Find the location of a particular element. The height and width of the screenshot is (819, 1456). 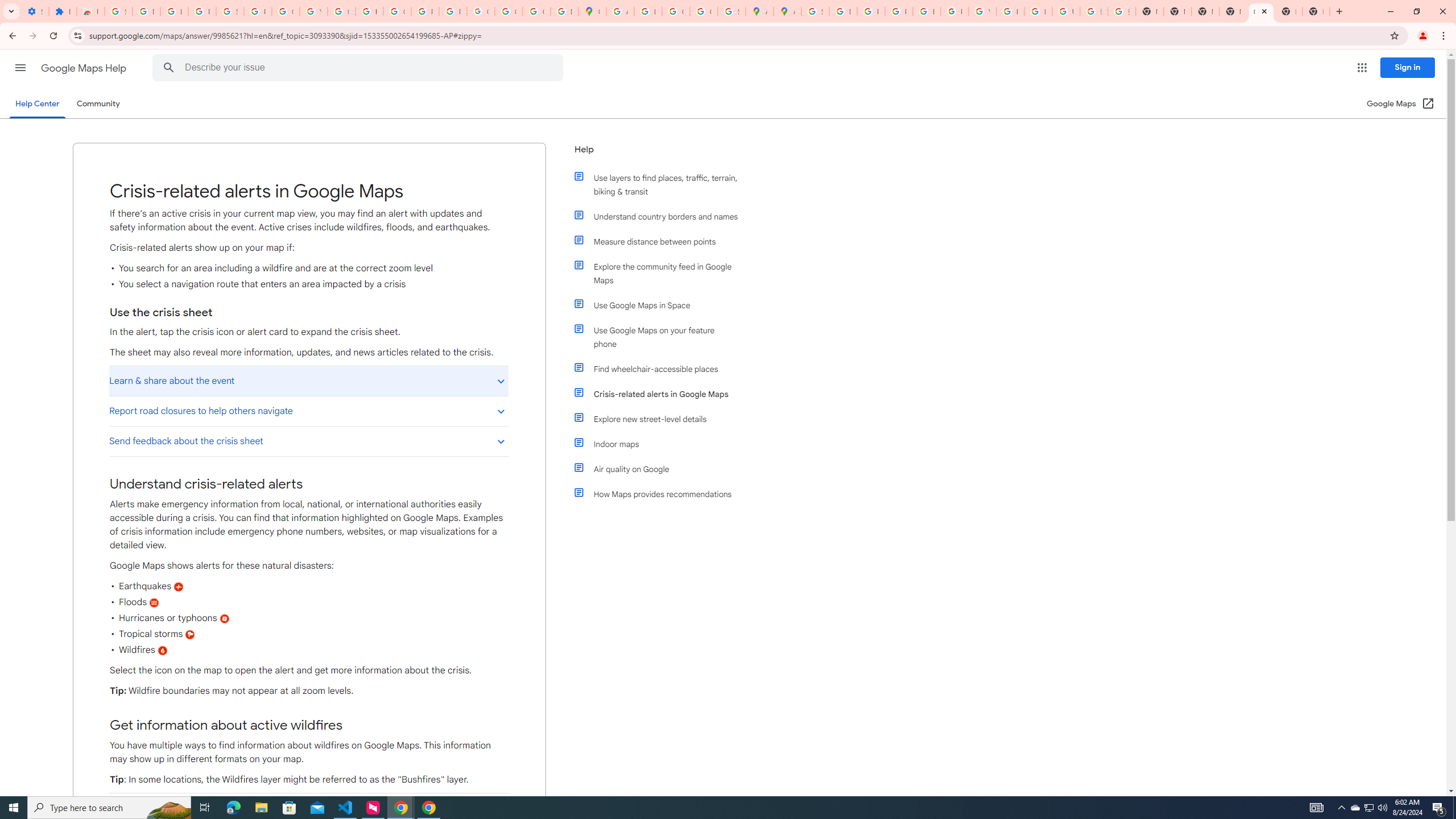

'Explore the community feed in Google Maps' is located at coordinates (661, 272).